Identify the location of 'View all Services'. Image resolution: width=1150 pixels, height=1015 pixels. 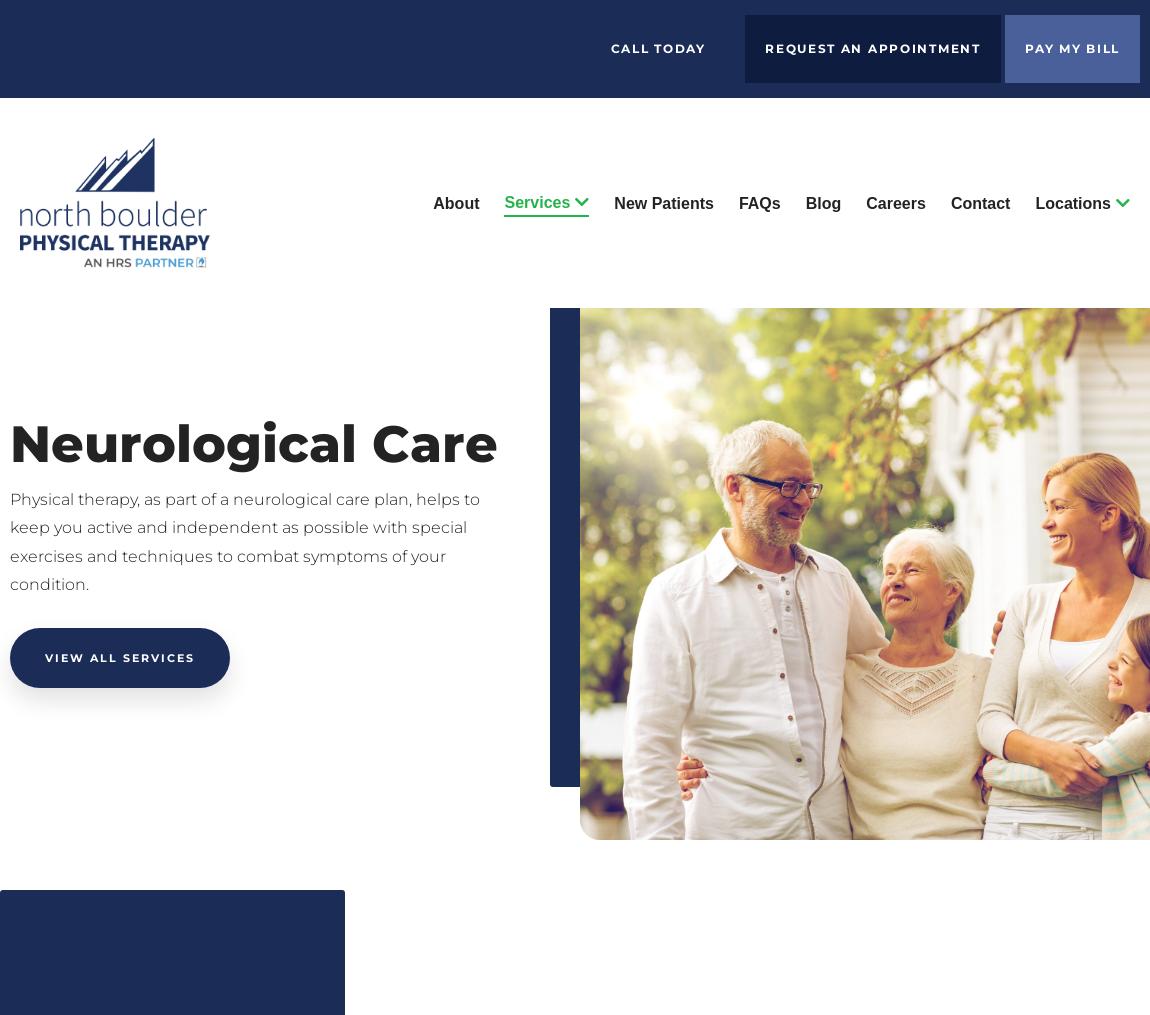
(118, 657).